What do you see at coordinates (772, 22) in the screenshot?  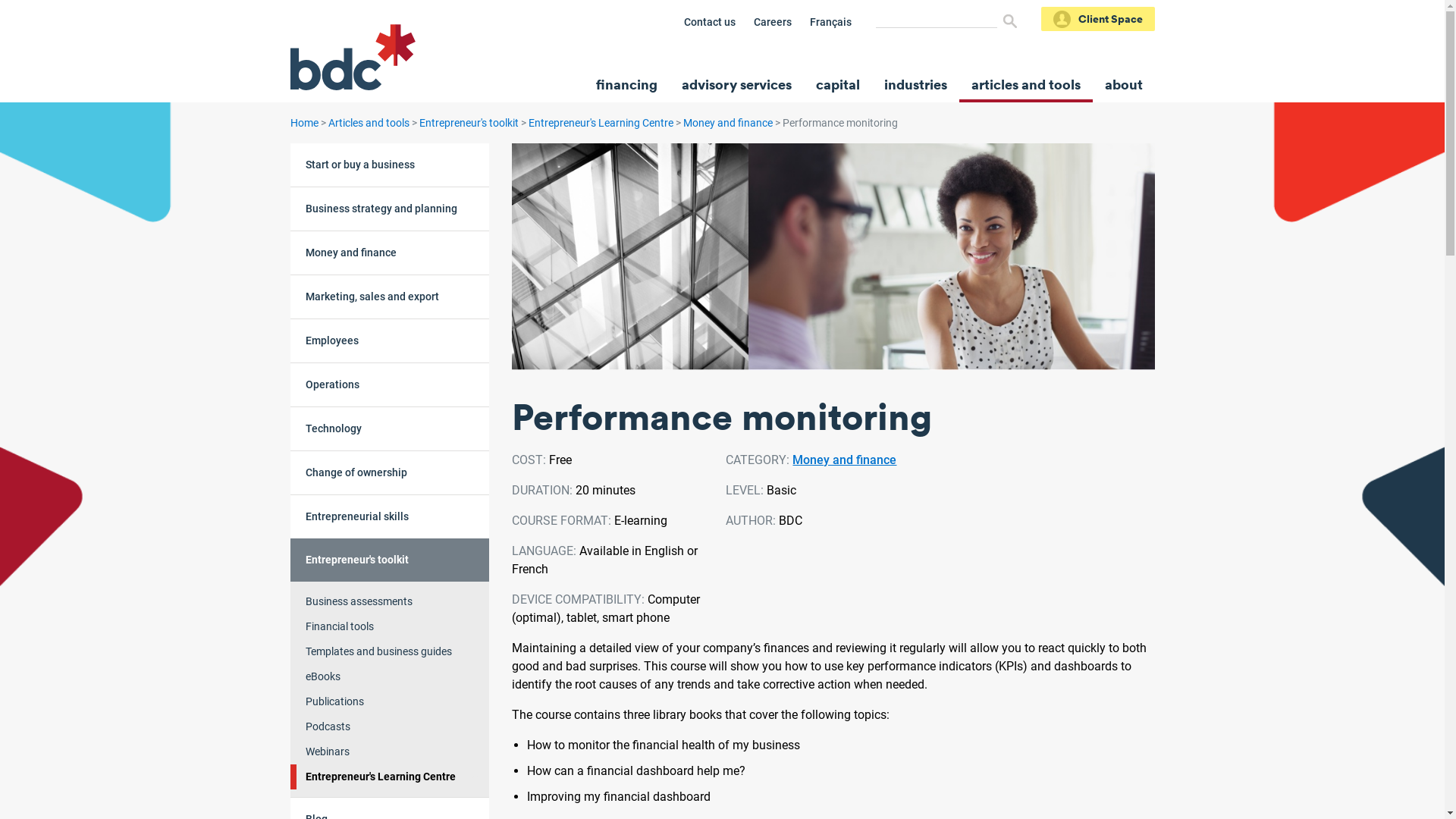 I see `'Careers'` at bounding box center [772, 22].